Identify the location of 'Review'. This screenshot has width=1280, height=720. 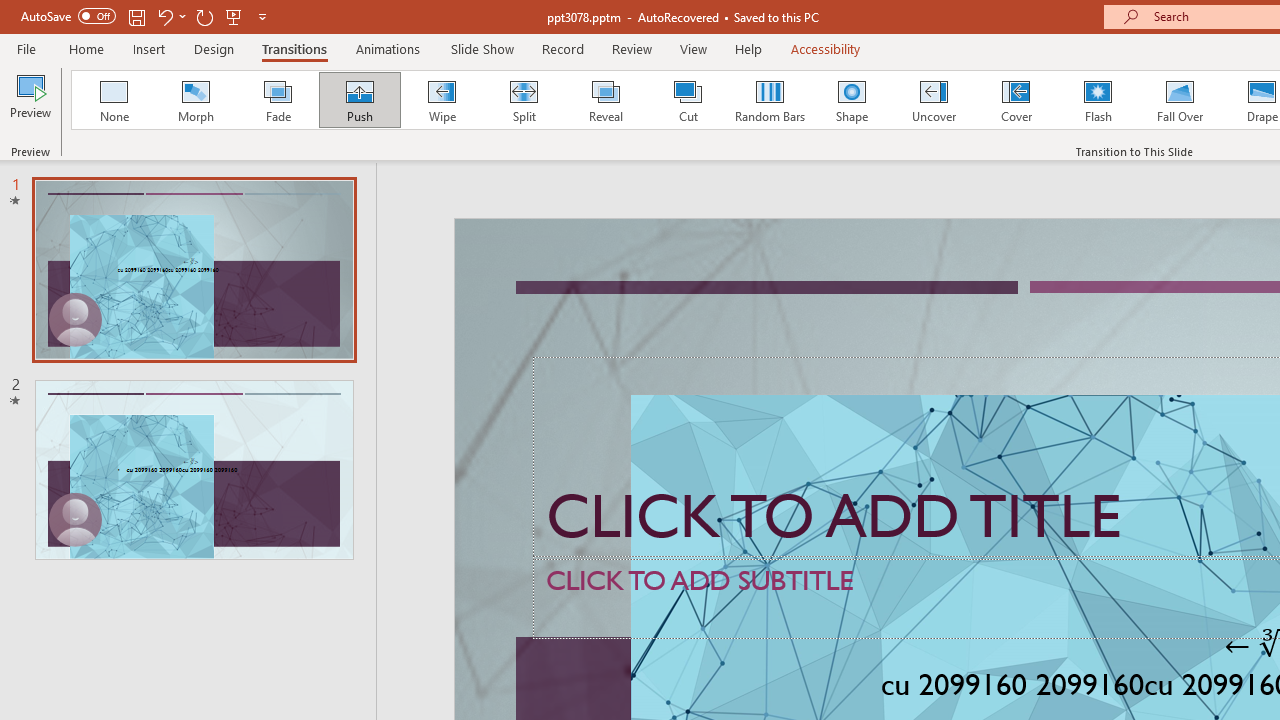
(630, 48).